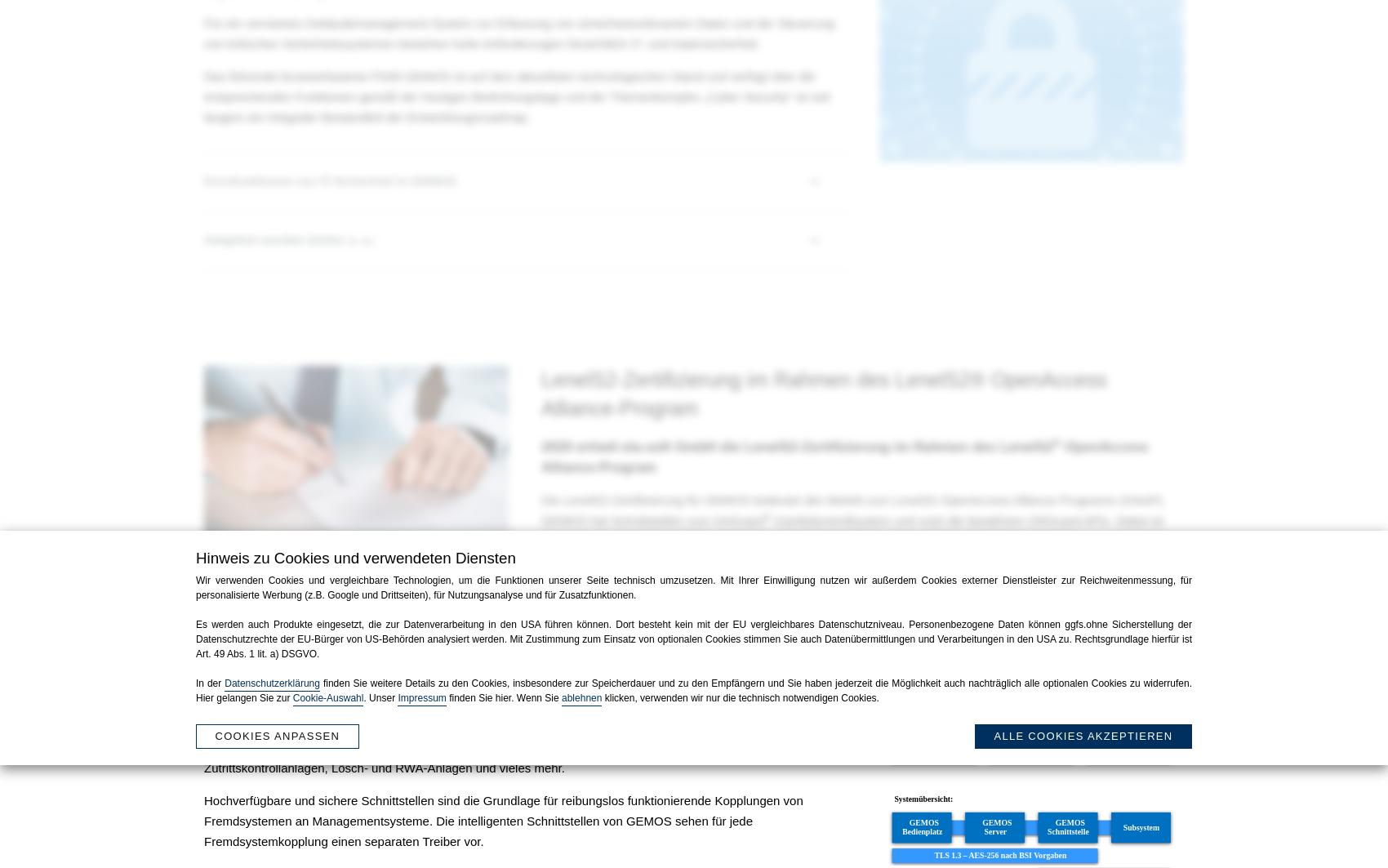  What do you see at coordinates (852, 508) in the screenshot?
I see `'Die LenelS2-Zertifizierung für GEMOS bedeutet den Beitritt zum LenelS2 OpenAccess Alliance Programm (OAAP). GEMOS hat Schnittstellen zum OnGuard'` at bounding box center [852, 508].